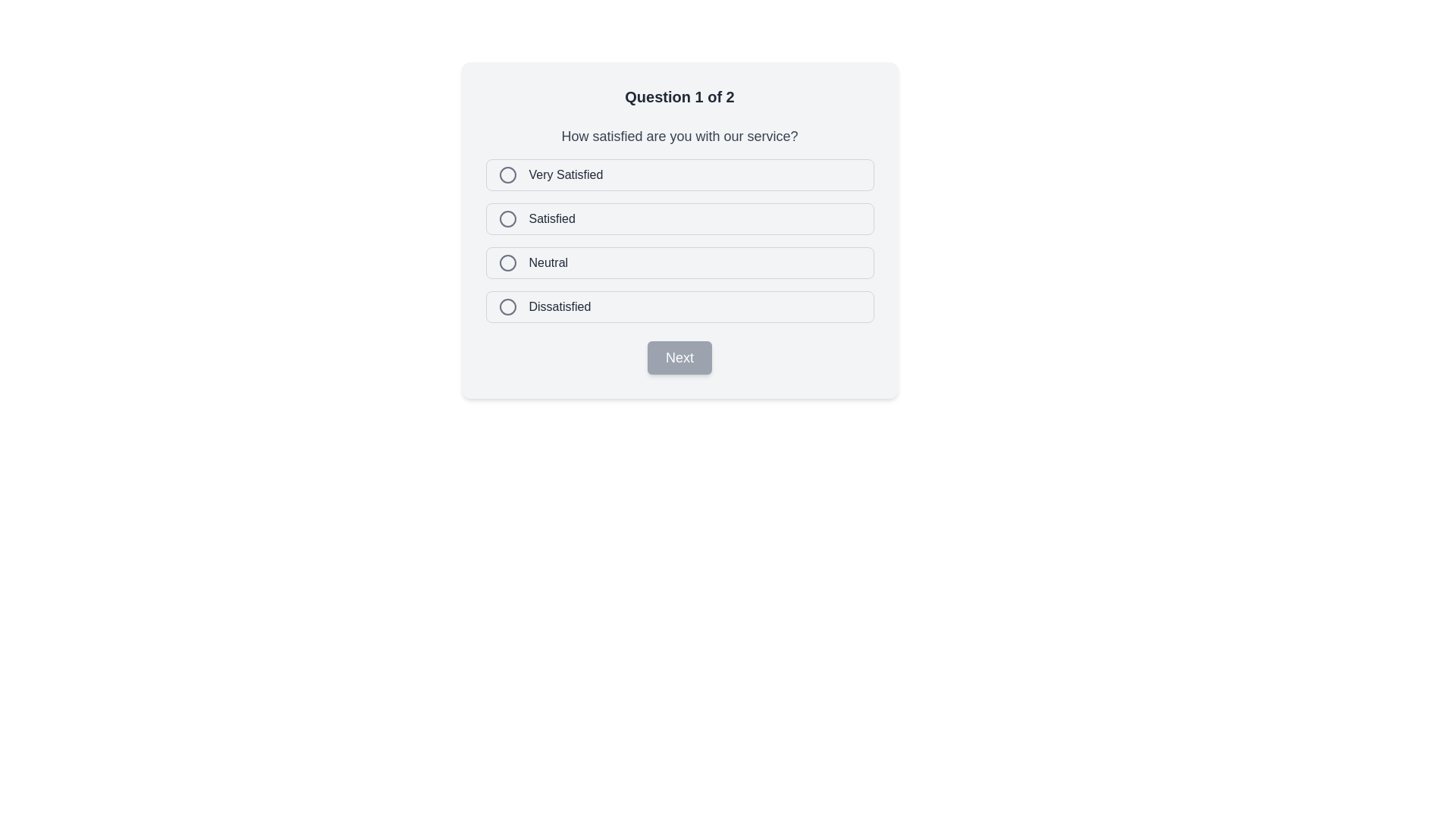 This screenshot has height=819, width=1456. Describe the element at coordinates (551, 219) in the screenshot. I see `the text label that serves as a descriptor for the second radio button in the vertical list of survey options` at that location.